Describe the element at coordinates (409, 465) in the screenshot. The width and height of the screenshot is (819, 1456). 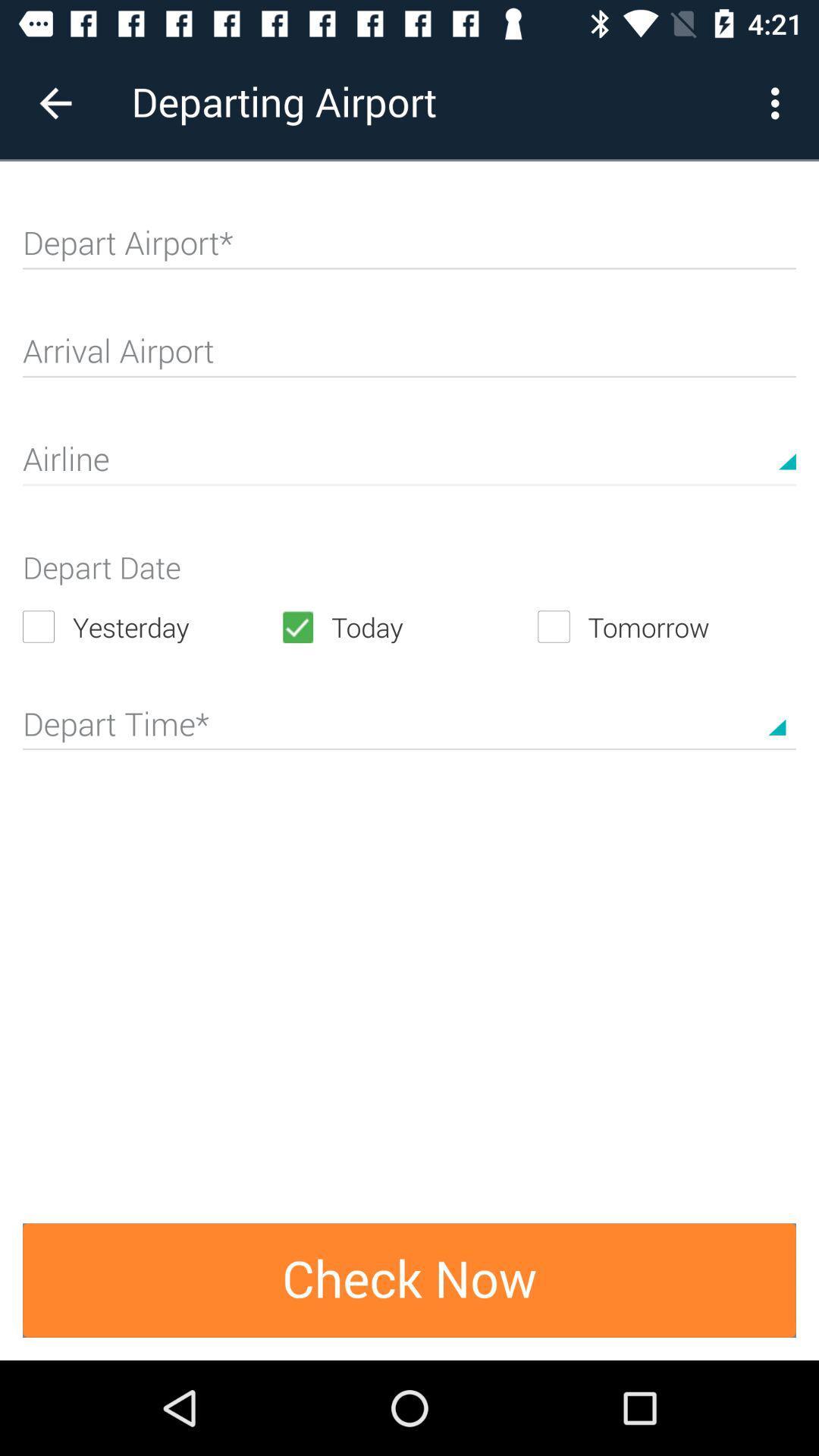
I see `text` at that location.